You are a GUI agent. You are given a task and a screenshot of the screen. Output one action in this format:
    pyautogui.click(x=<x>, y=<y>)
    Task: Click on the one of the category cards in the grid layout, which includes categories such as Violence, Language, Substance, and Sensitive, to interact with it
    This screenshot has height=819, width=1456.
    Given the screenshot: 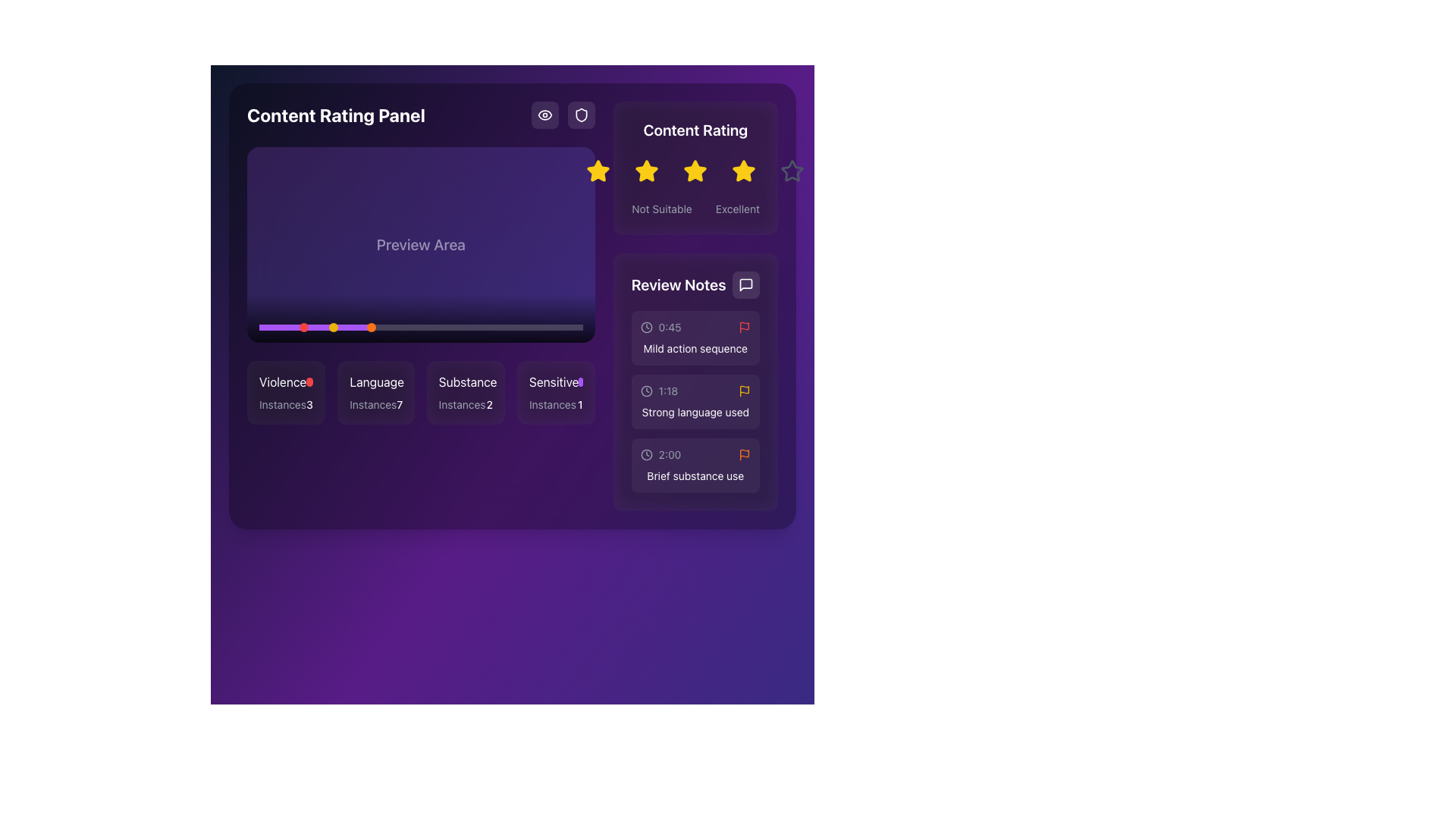 What is the action you would take?
    pyautogui.click(x=421, y=391)
    